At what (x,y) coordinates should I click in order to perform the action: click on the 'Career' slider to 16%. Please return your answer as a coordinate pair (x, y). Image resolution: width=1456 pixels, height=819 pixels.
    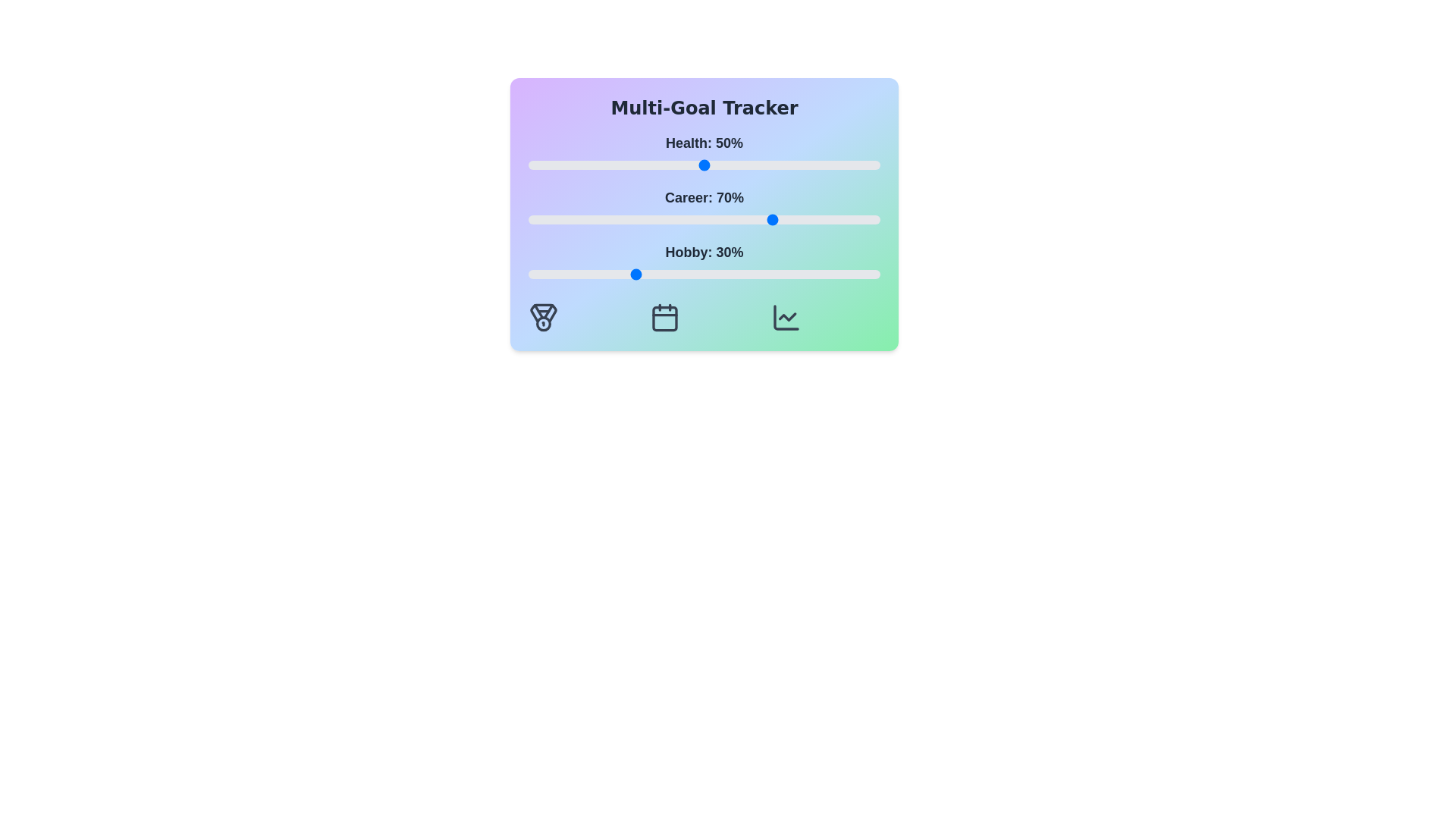
    Looking at the image, I should click on (584, 219).